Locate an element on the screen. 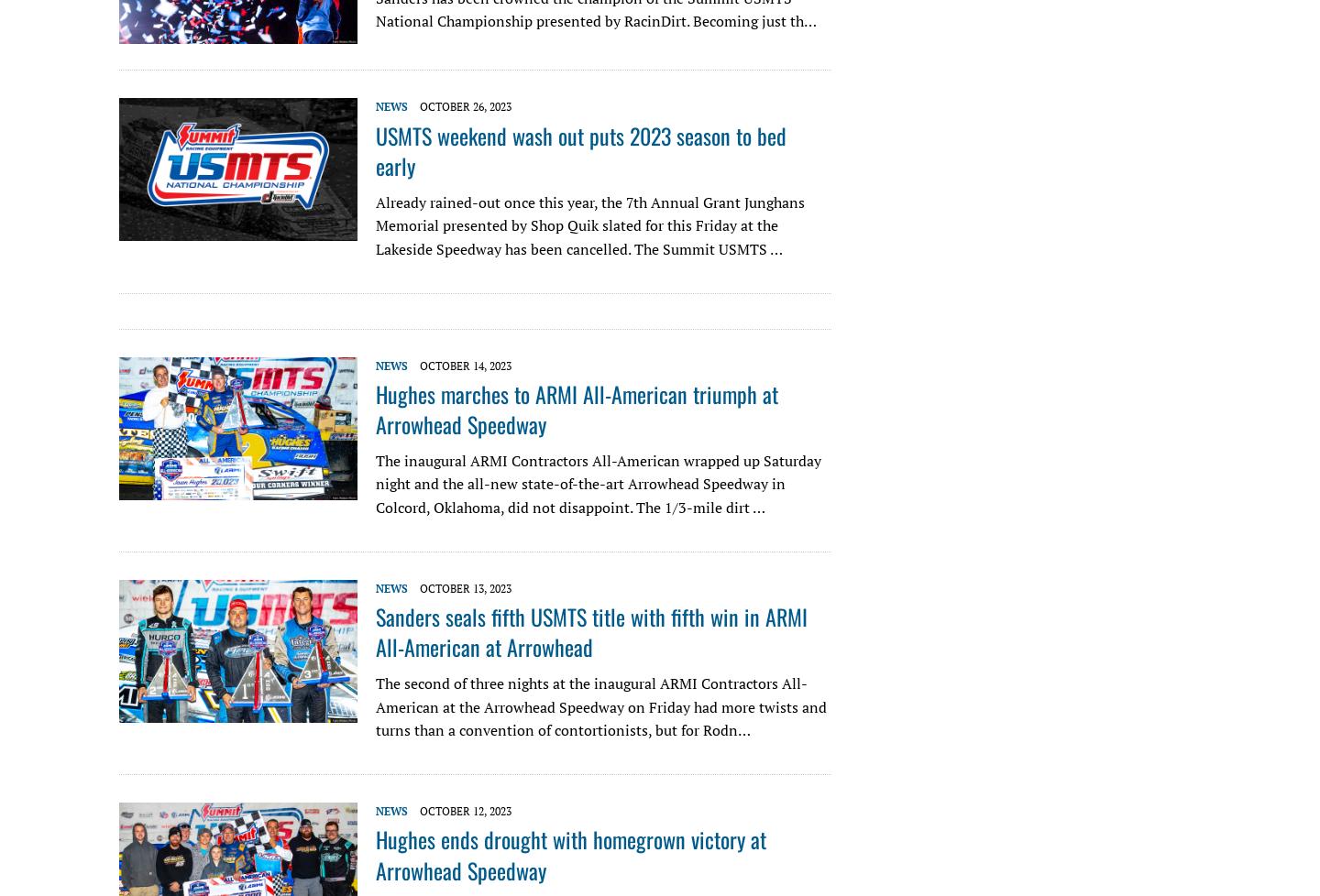 This screenshot has width=1320, height=896. 'October 12, 2023' is located at coordinates (465, 809).